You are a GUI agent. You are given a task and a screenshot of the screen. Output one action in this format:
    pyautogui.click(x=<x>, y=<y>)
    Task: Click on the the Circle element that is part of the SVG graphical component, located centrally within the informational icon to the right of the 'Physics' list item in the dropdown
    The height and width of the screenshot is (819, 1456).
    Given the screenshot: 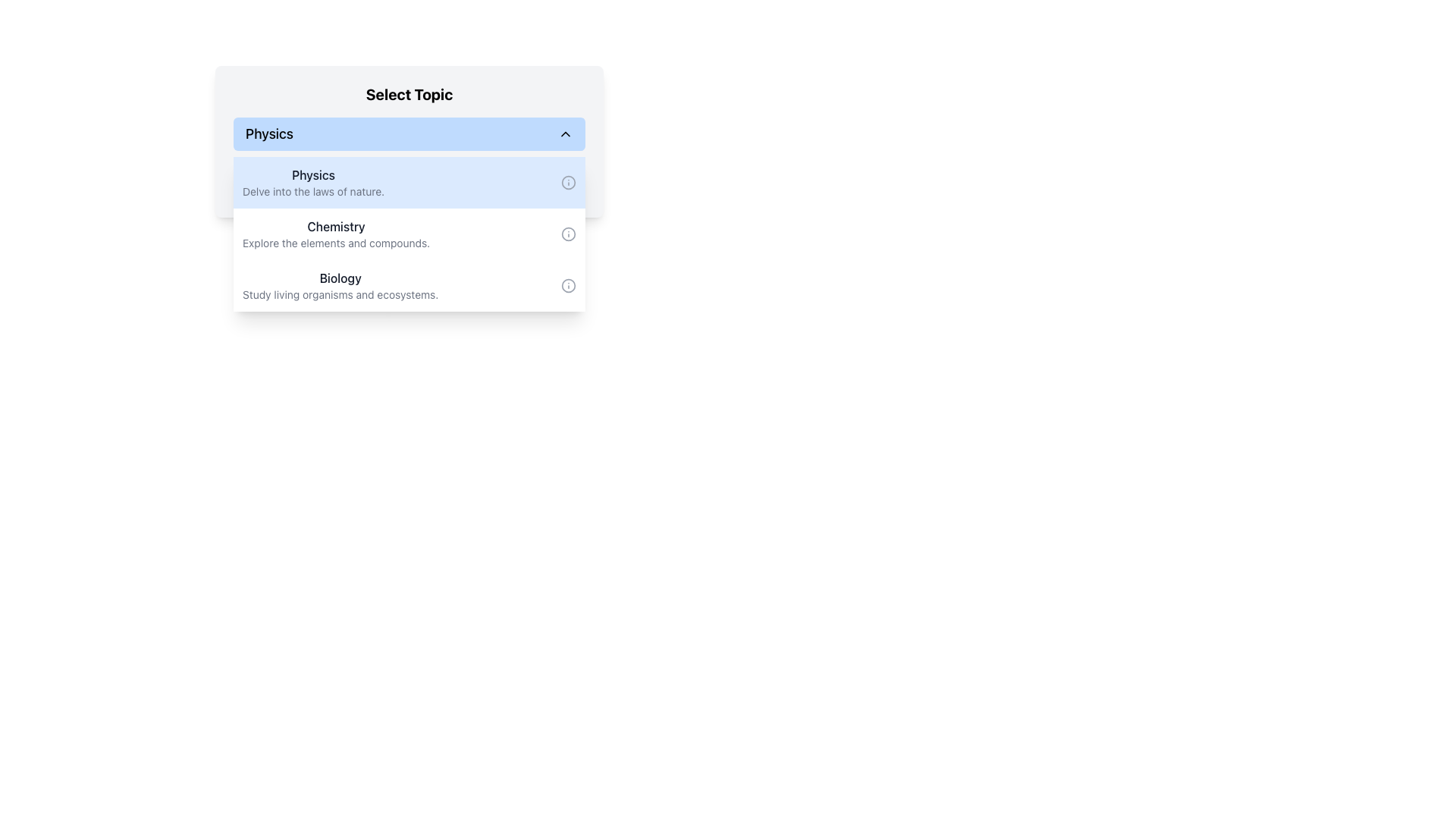 What is the action you would take?
    pyautogui.click(x=567, y=181)
    